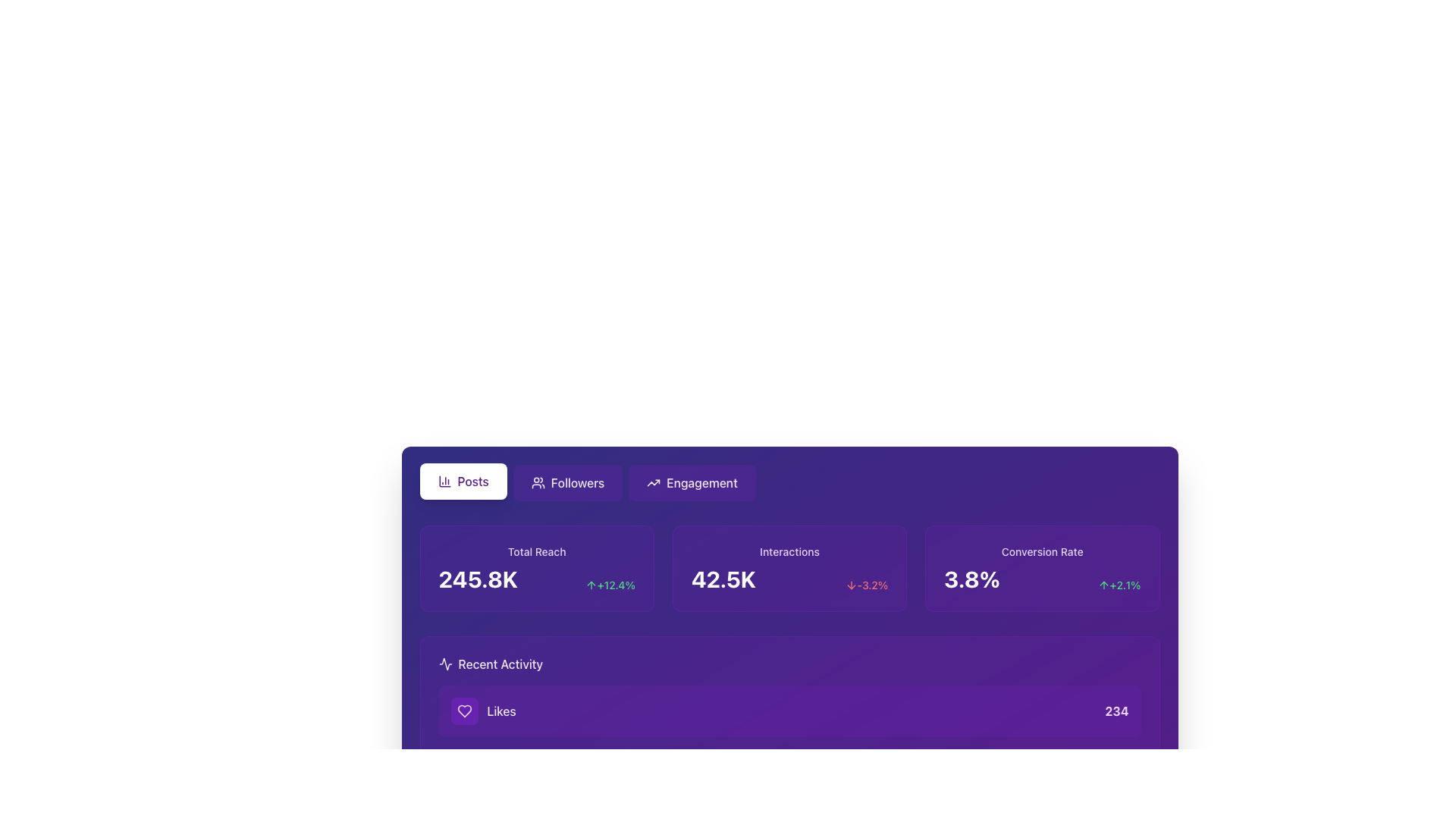 This screenshot has width=1456, height=819. I want to click on the text label displaying '245.8K' in bold white text on a purple background, which is part of the 'Total Reach' card, so click(477, 579).